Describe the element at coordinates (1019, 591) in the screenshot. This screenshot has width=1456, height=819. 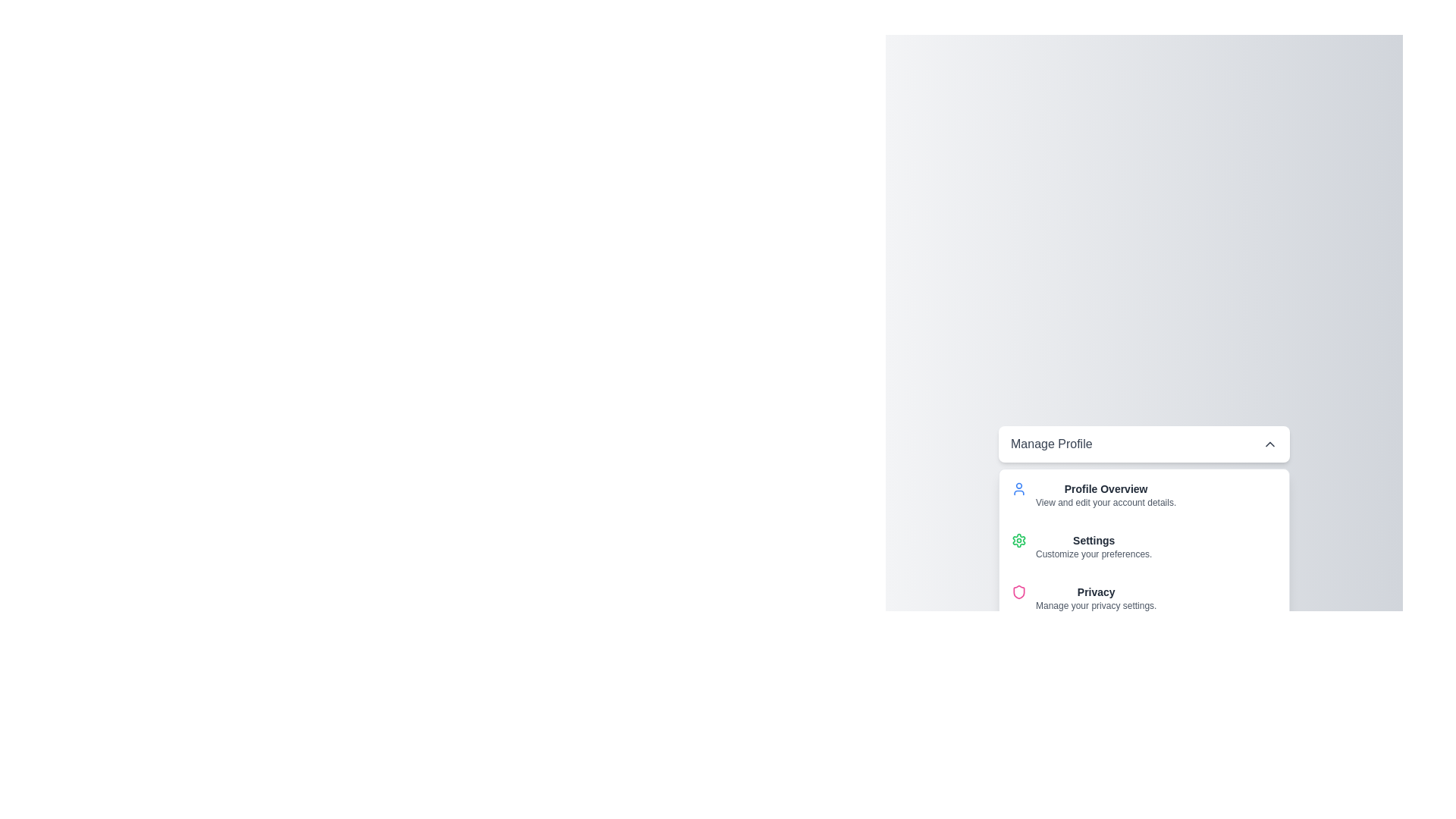
I see `the shield icon with pink edges and a hollow center located to the left of the 'Privacy' text in the 'Privacy' section under the 'Manage Profile' dropdown` at that location.